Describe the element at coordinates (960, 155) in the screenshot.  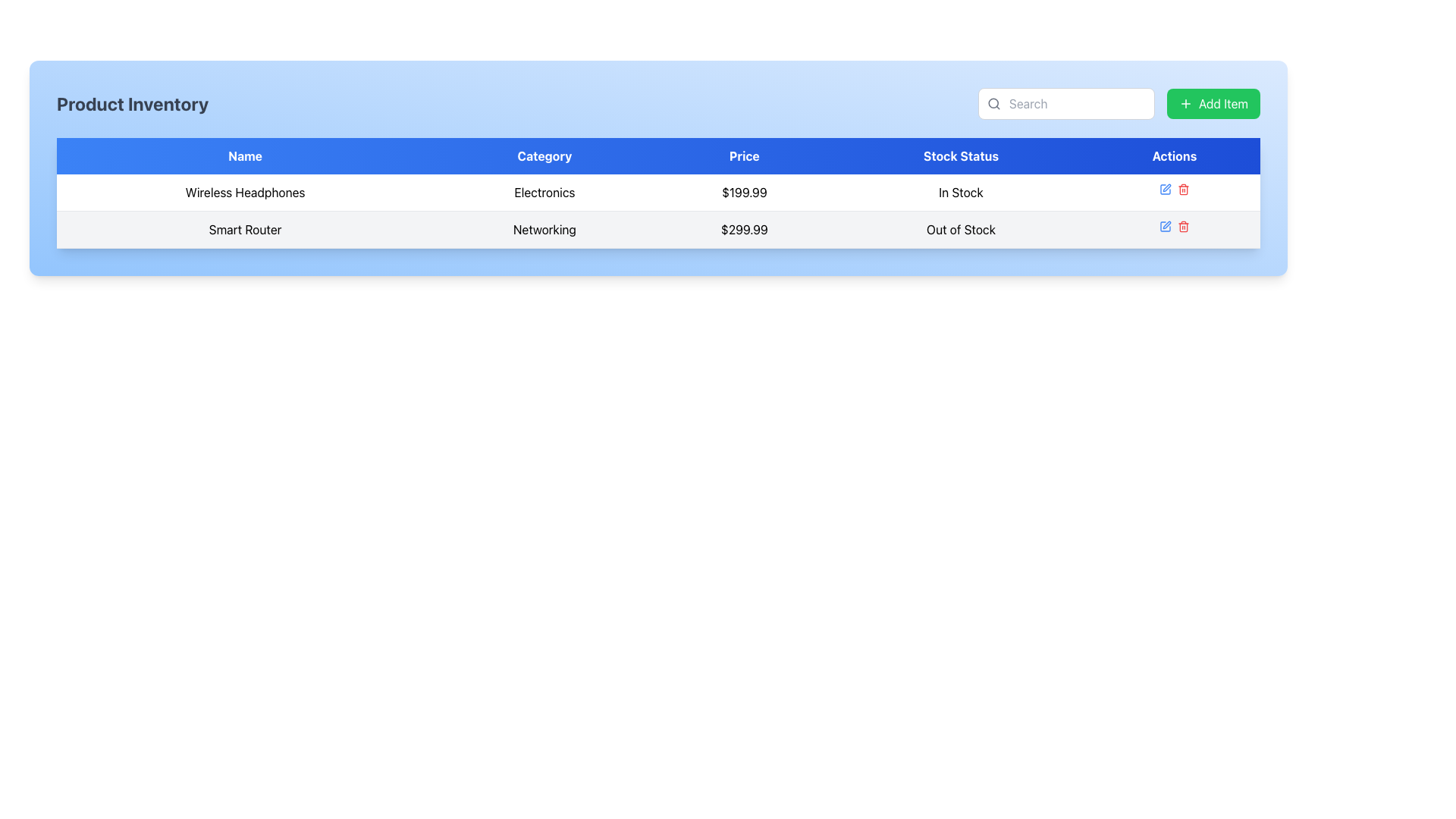
I see `the 'Stock Status' header label in the table, which is the fourth header following 'Price' and preceding 'Actions'` at that location.